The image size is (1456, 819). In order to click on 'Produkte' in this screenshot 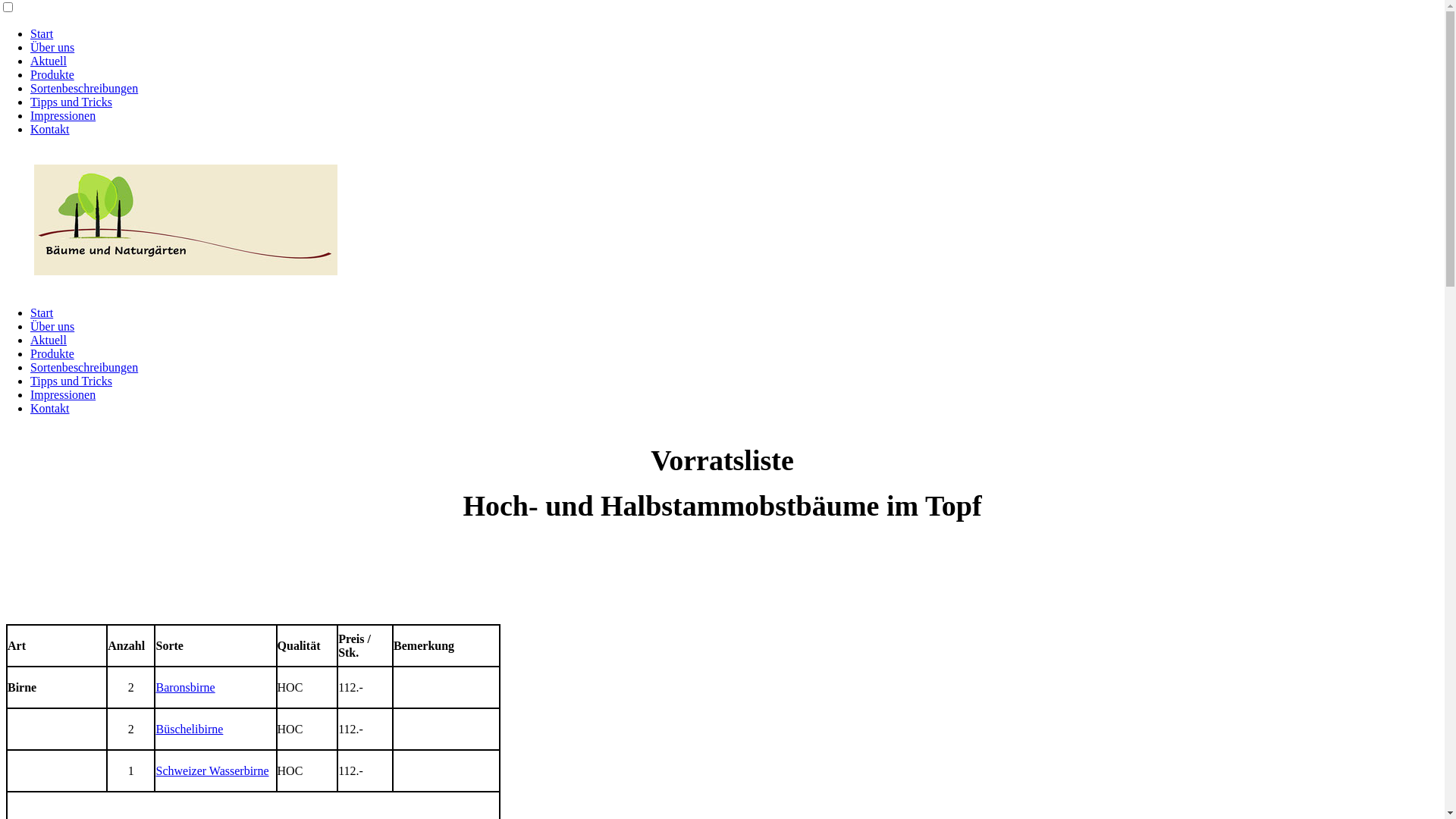, I will do `click(52, 353)`.